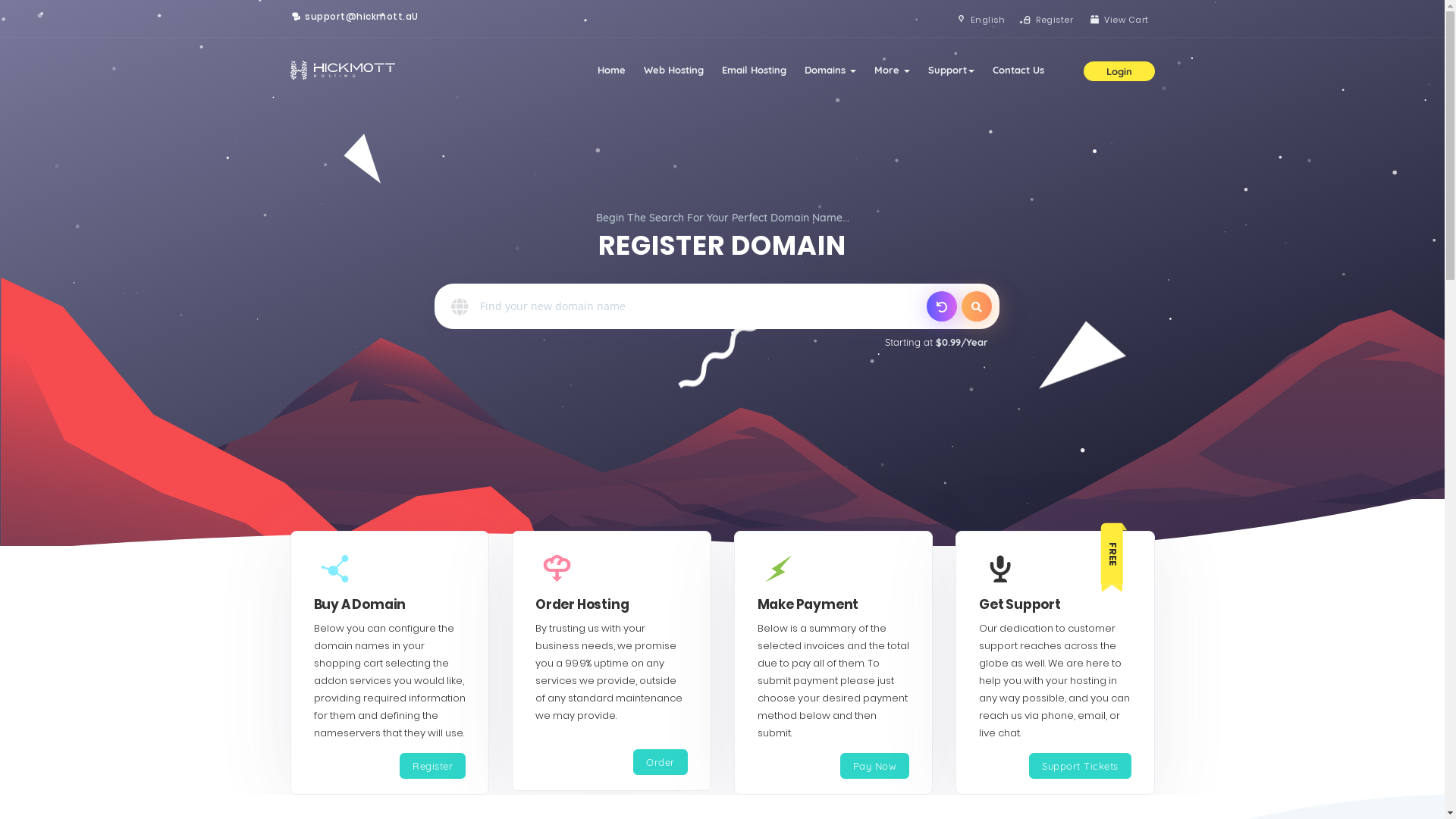 The image size is (1456, 819). What do you see at coordinates (672, 70) in the screenshot?
I see `'Web Hosting'` at bounding box center [672, 70].